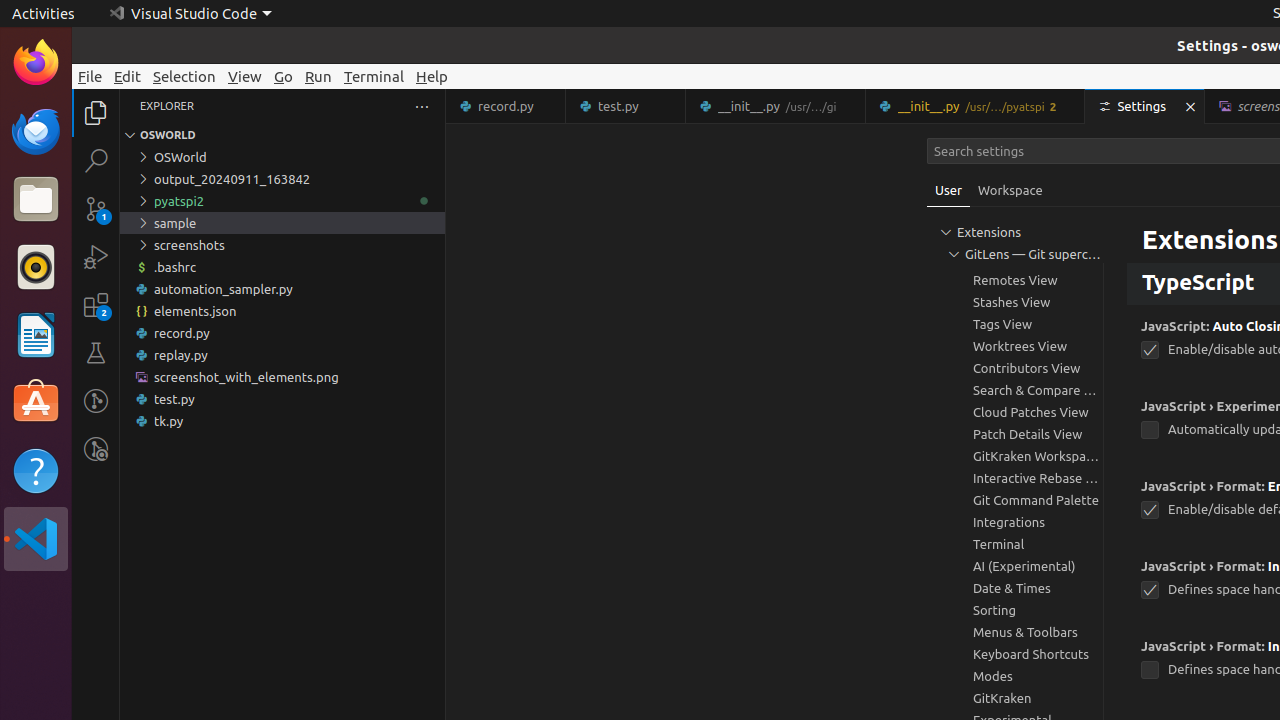 The width and height of the screenshot is (1280, 720). Describe the element at coordinates (184, 75) in the screenshot. I see `'Selection'` at that location.